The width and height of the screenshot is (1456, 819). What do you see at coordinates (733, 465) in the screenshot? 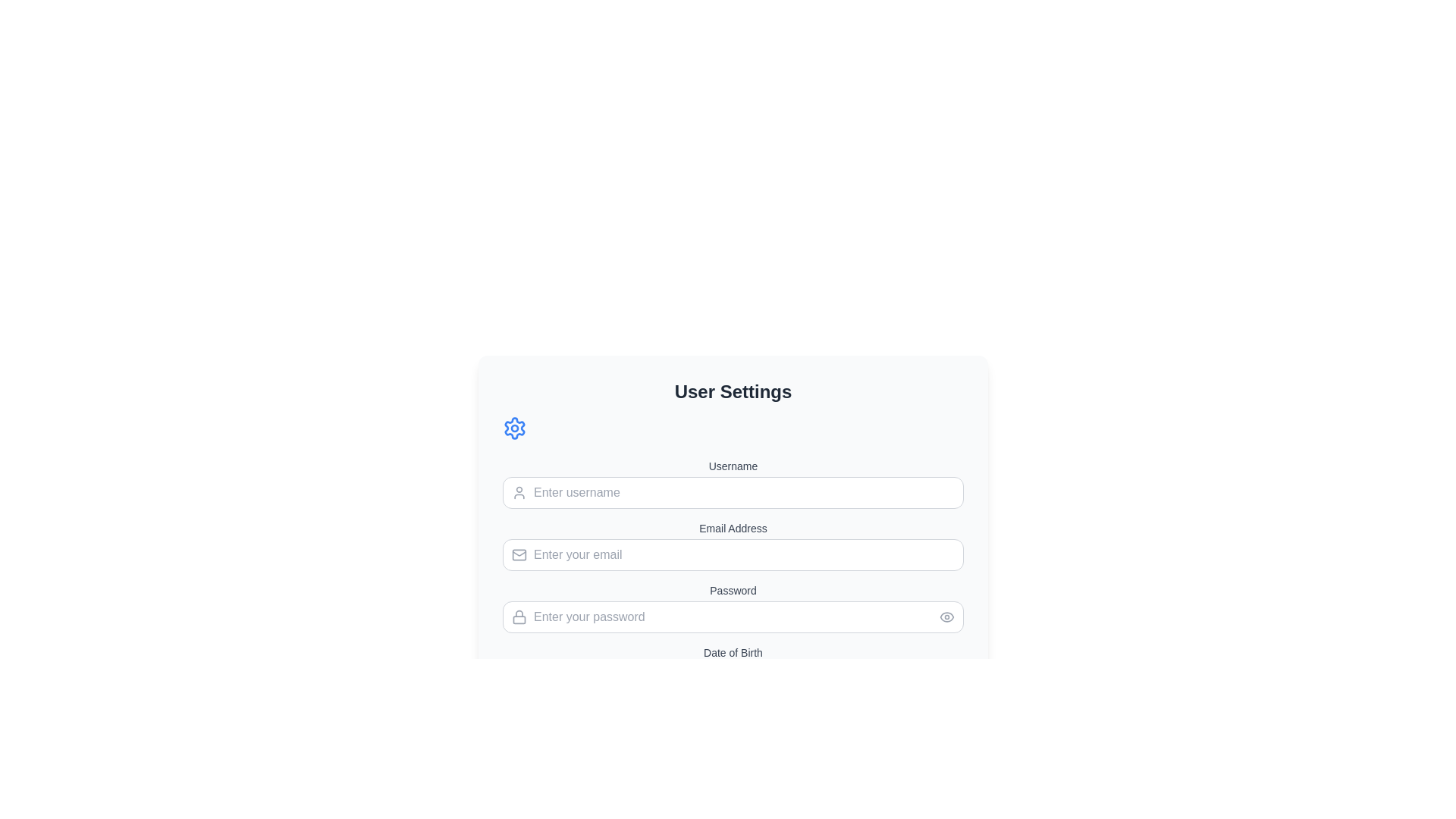
I see `the 'Username' text label, which is styled in gray and positioned above the username input field in the user form` at bounding box center [733, 465].